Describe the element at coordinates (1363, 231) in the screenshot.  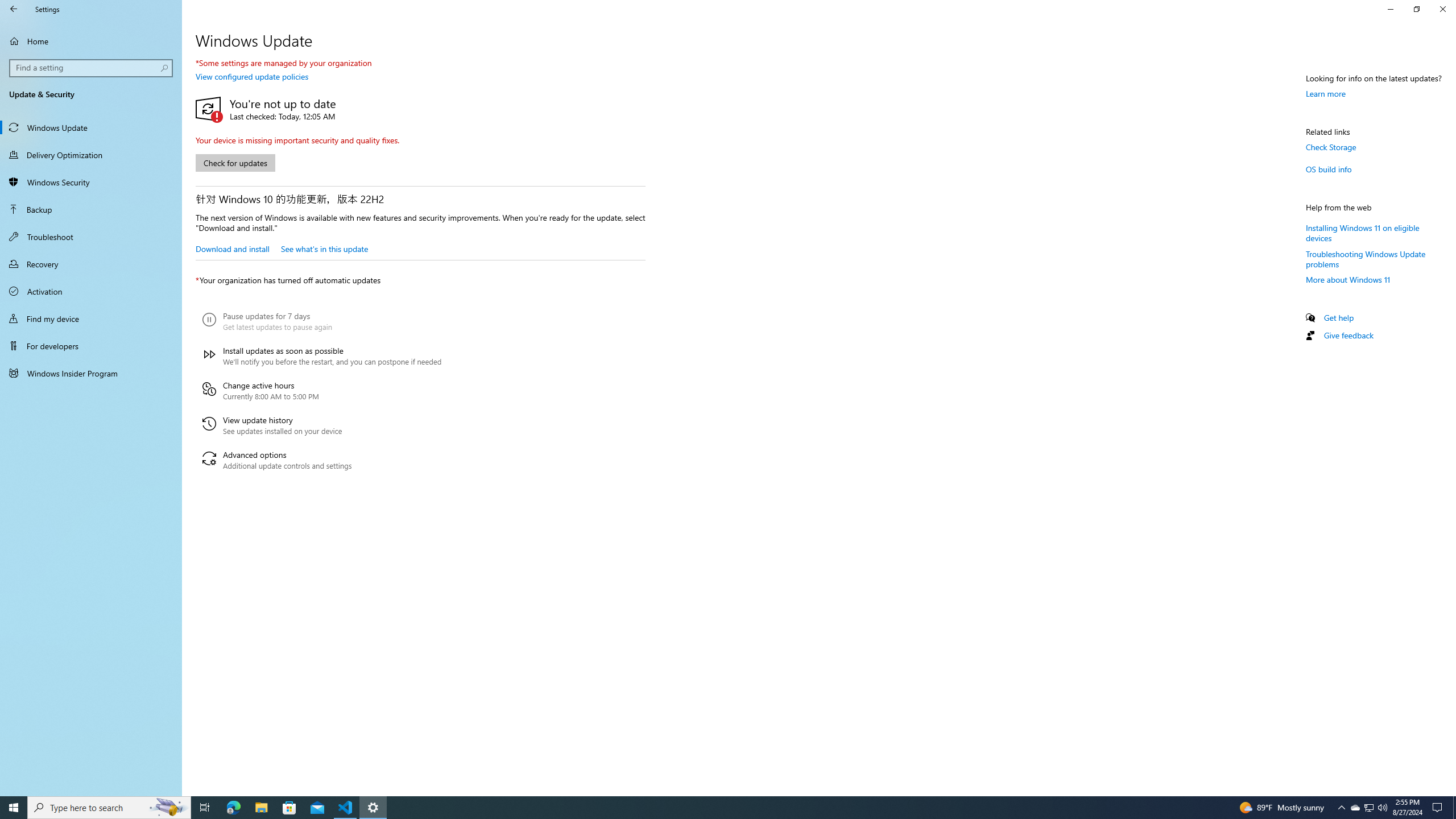
I see `'Installing Windows 11 on eligible devices'` at that location.